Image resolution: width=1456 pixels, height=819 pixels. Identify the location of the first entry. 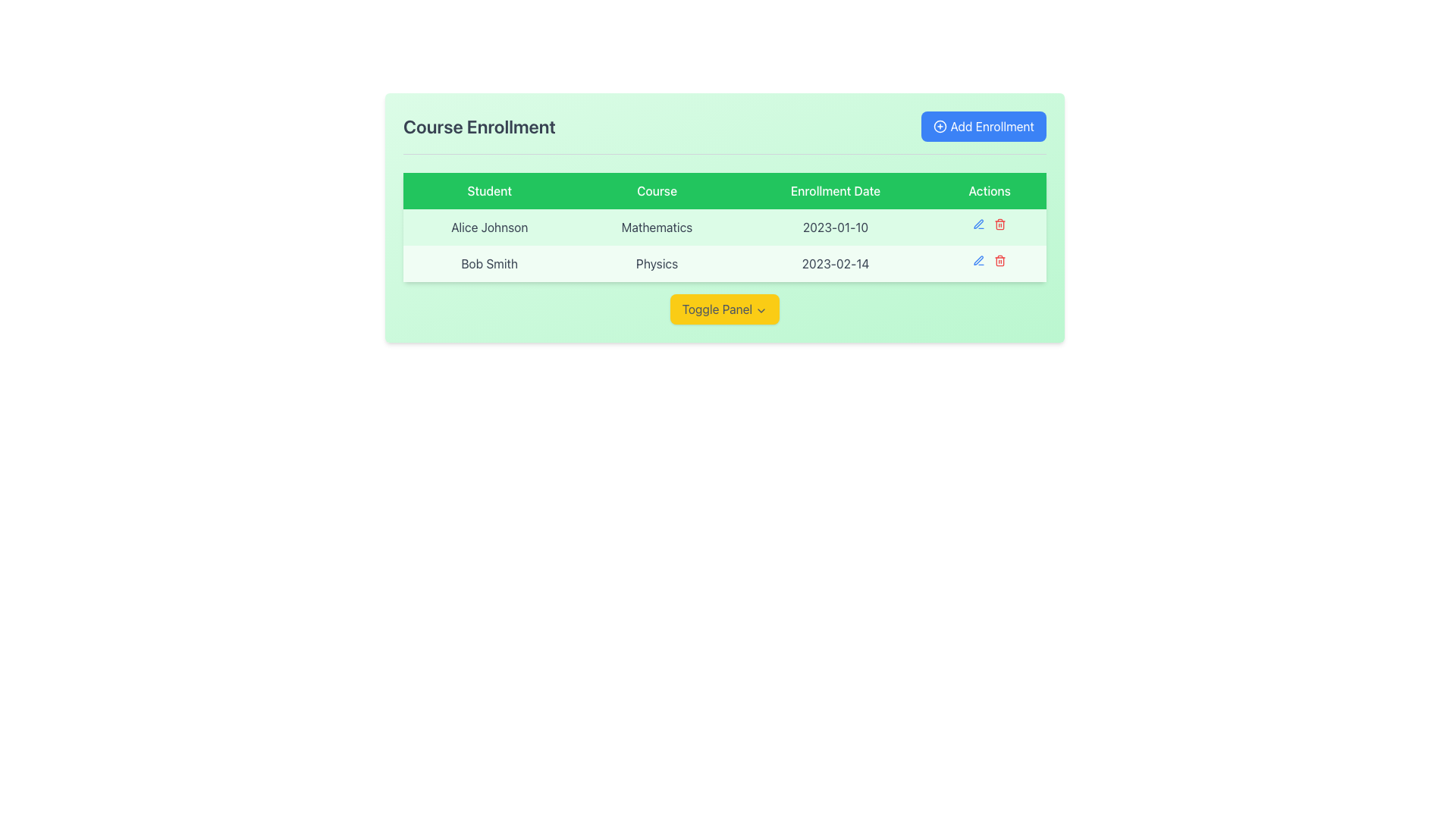
(723, 218).